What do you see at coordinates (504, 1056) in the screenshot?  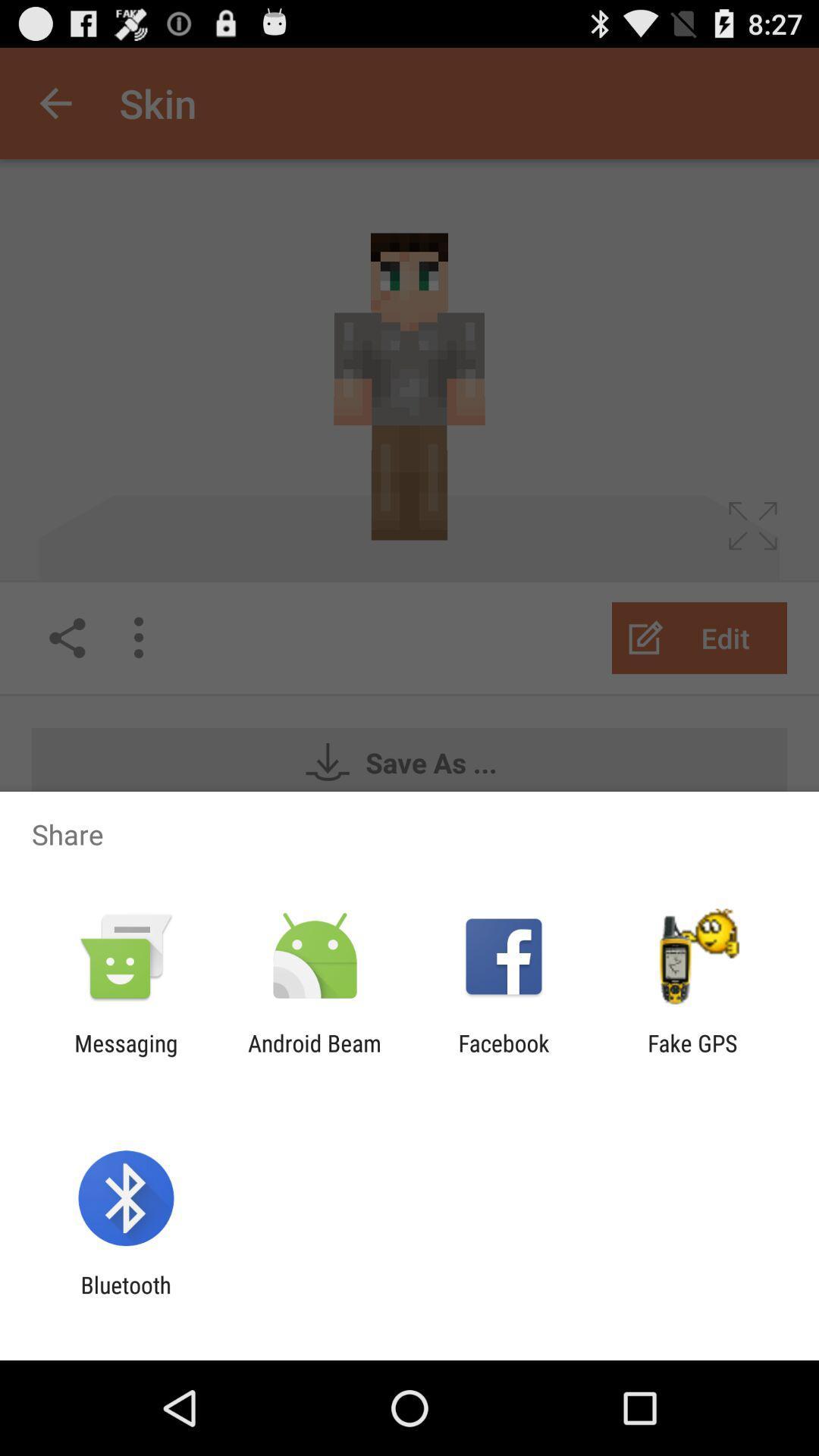 I see `the item to the left of fake gps icon` at bounding box center [504, 1056].